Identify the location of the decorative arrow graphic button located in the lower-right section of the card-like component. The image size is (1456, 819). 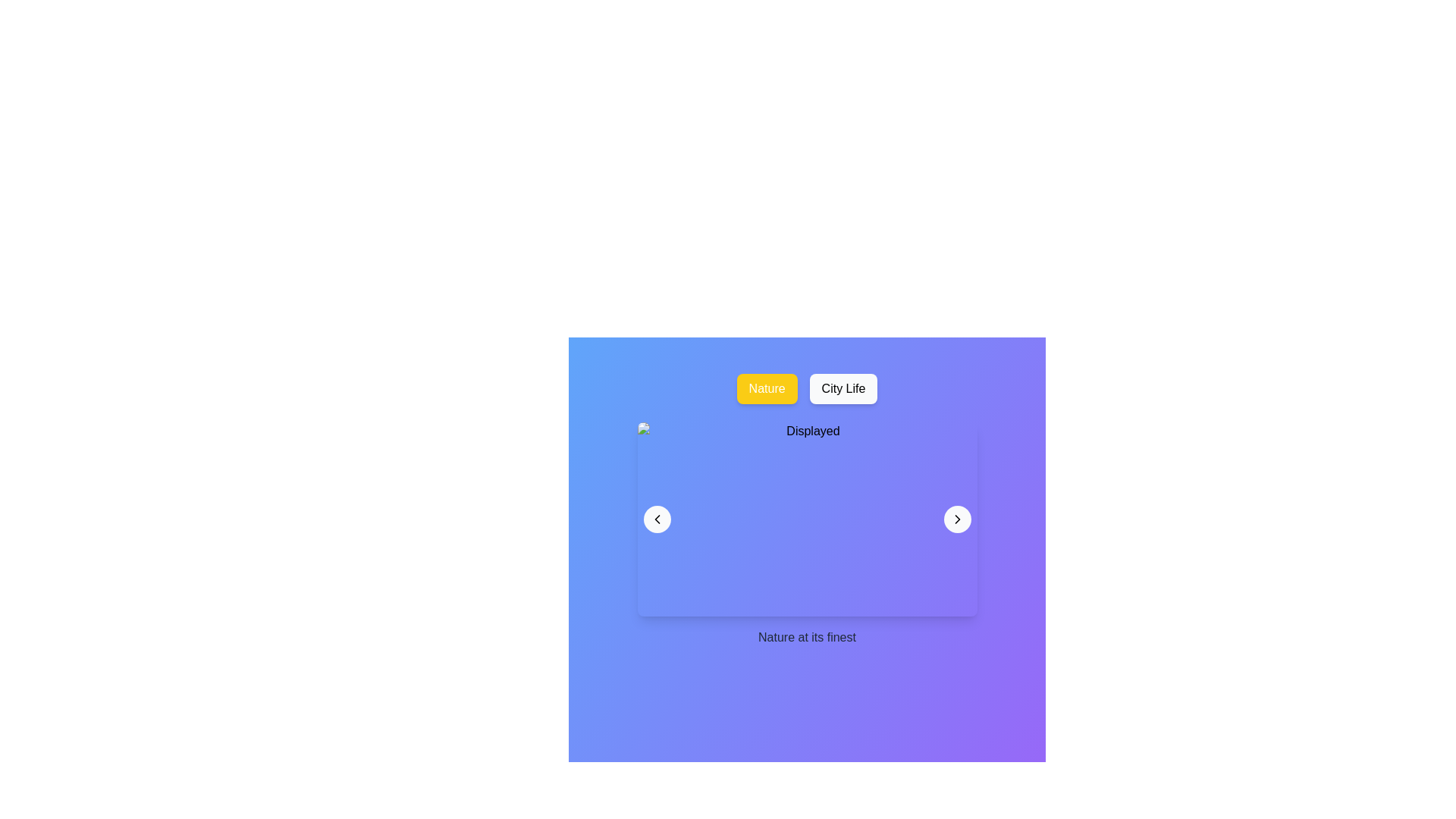
(956, 519).